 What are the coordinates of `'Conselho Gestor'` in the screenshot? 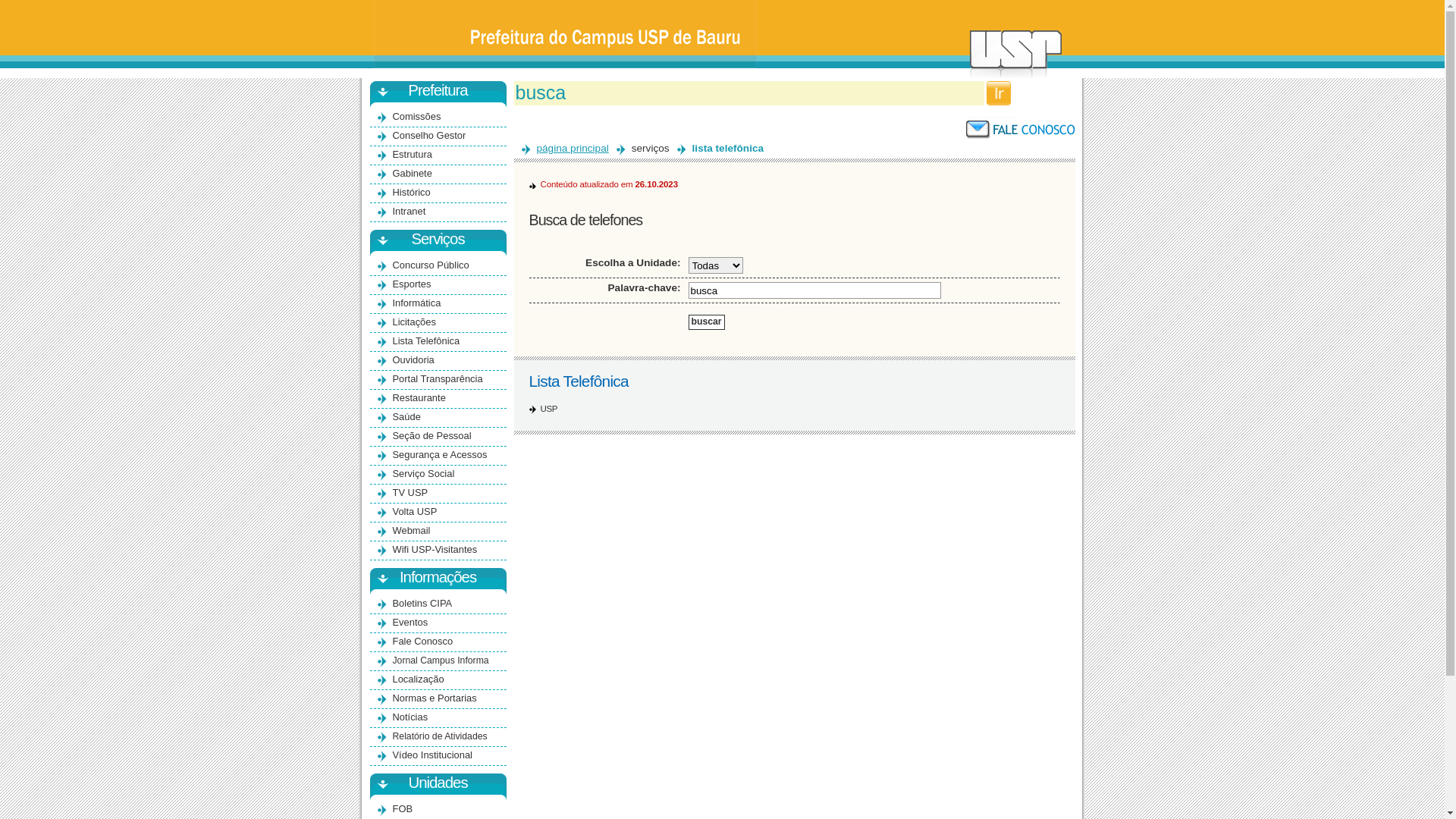 It's located at (428, 134).